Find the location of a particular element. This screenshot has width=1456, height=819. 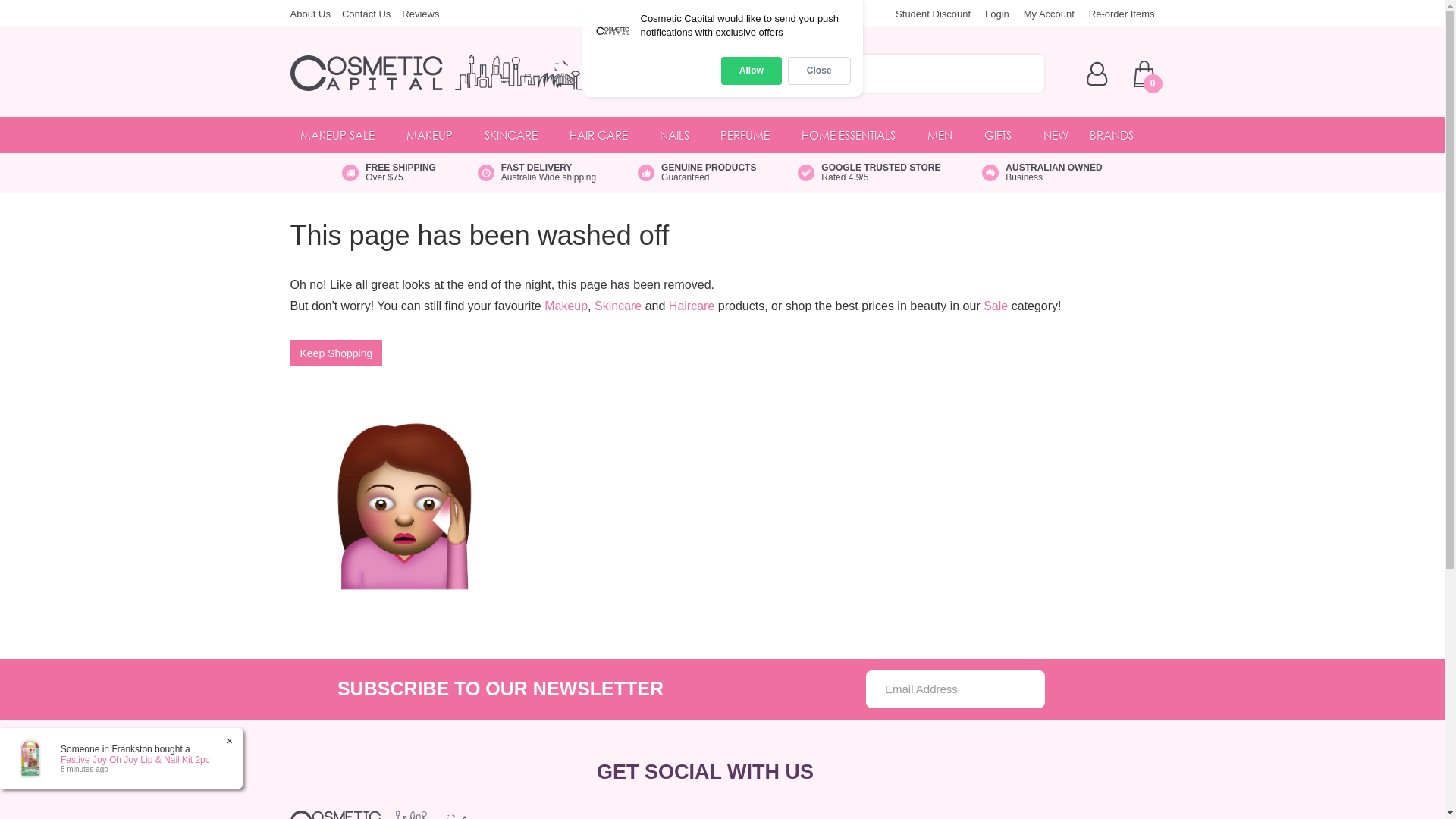

'MAKEUP' is located at coordinates (434, 133).